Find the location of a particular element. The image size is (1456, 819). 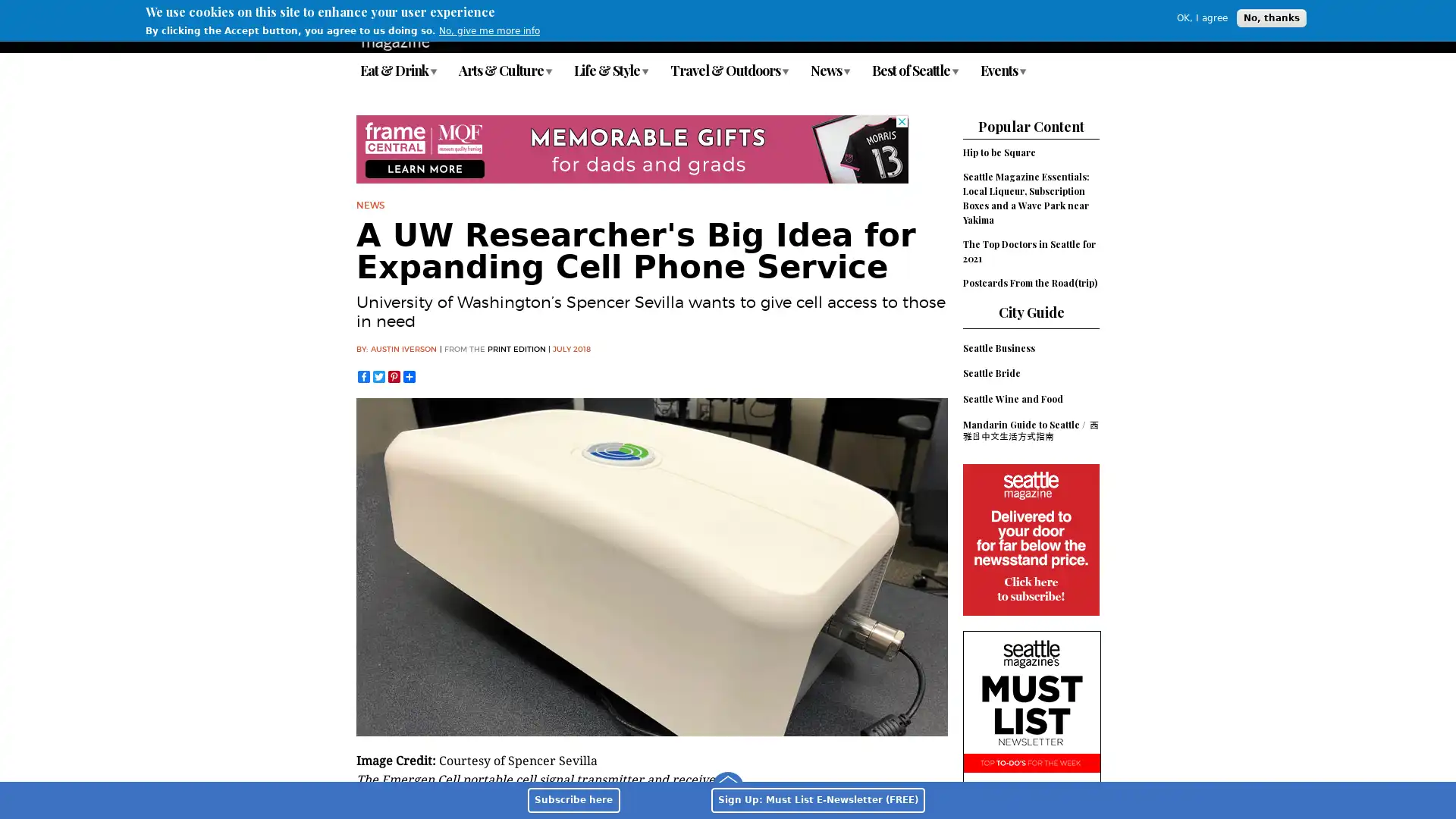

OK, I agree is located at coordinates (1201, 17).